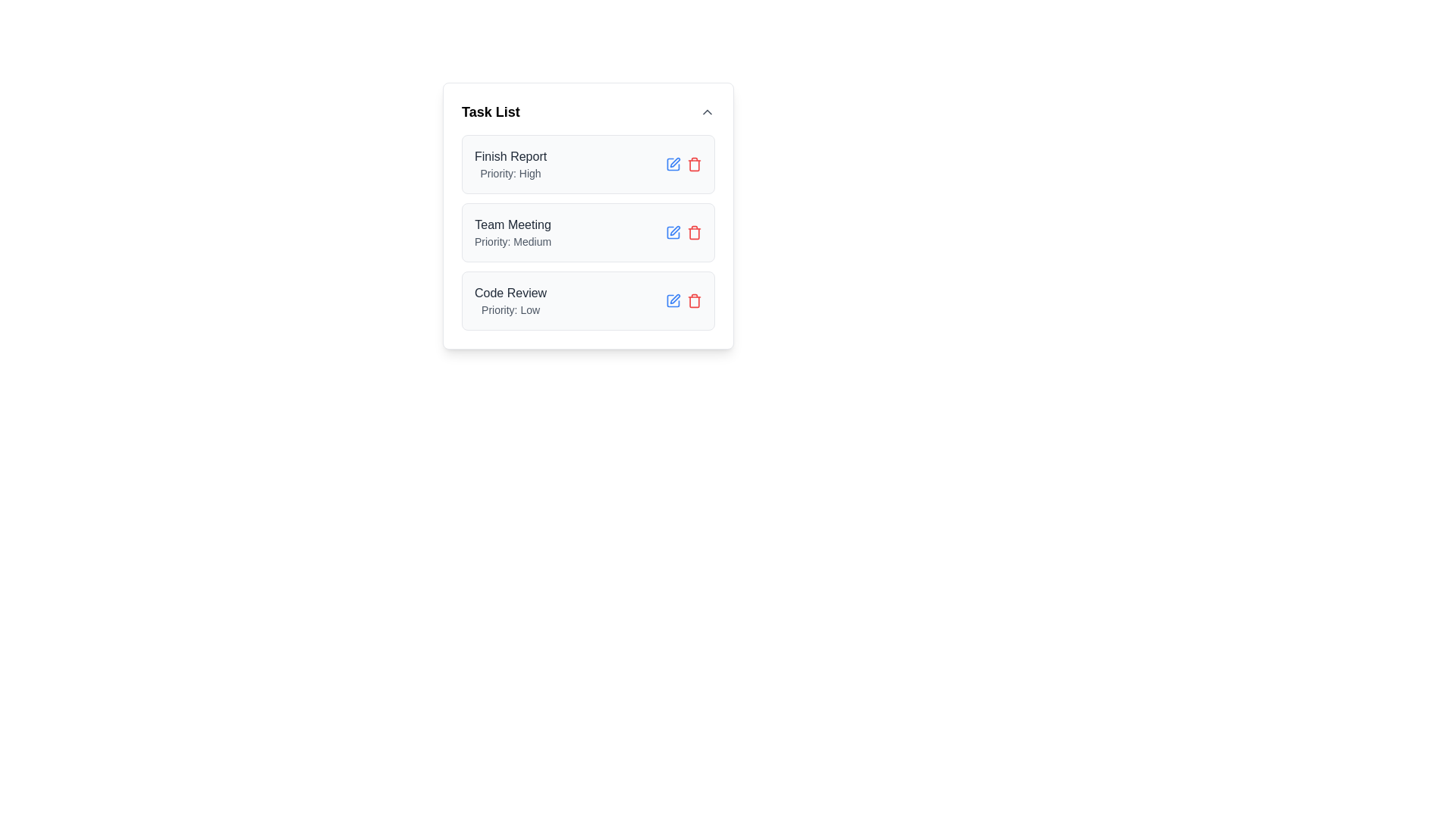  Describe the element at coordinates (673, 164) in the screenshot. I see `the edit button located on the right side of the topmost 'Finish Report' item in the task list to modify the associated task` at that location.